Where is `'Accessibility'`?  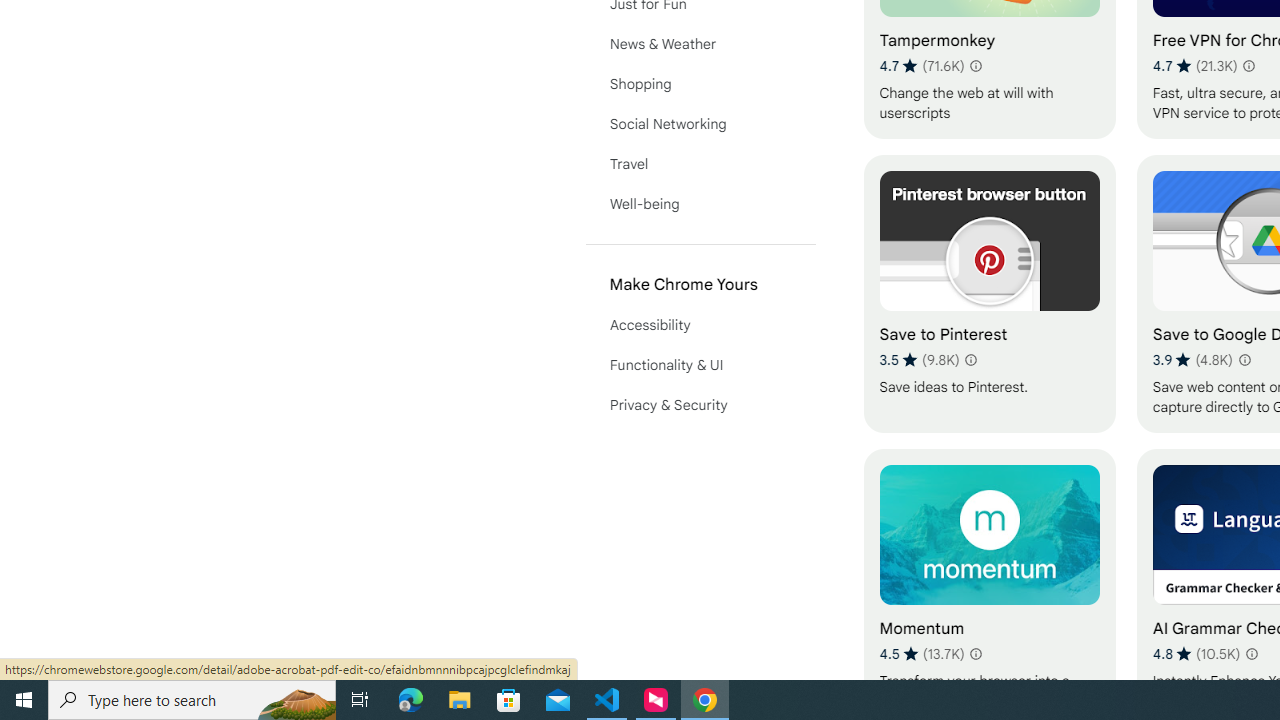 'Accessibility' is located at coordinates (700, 324).